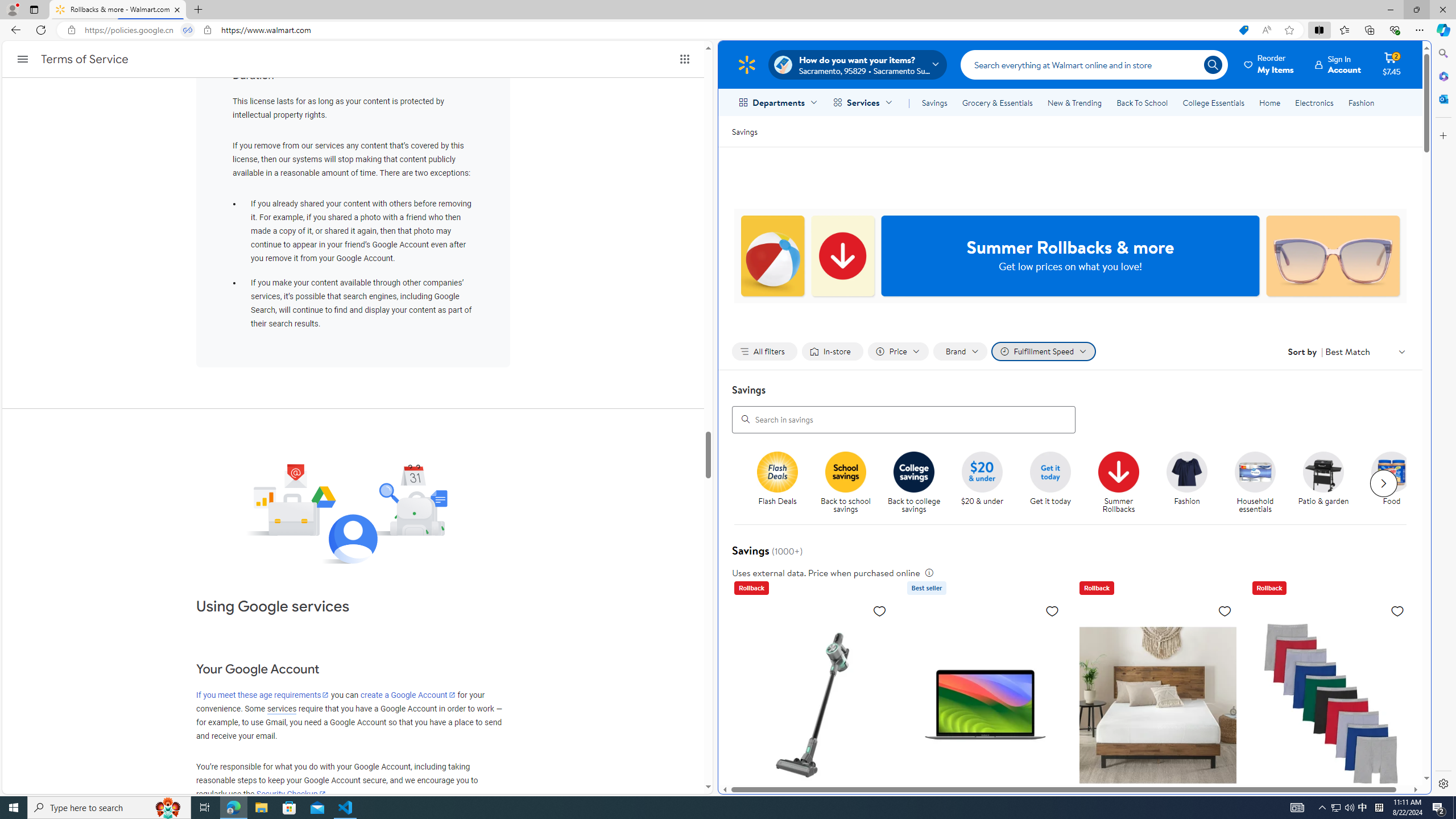  I want to click on 'Back to school savings', so click(850, 483).